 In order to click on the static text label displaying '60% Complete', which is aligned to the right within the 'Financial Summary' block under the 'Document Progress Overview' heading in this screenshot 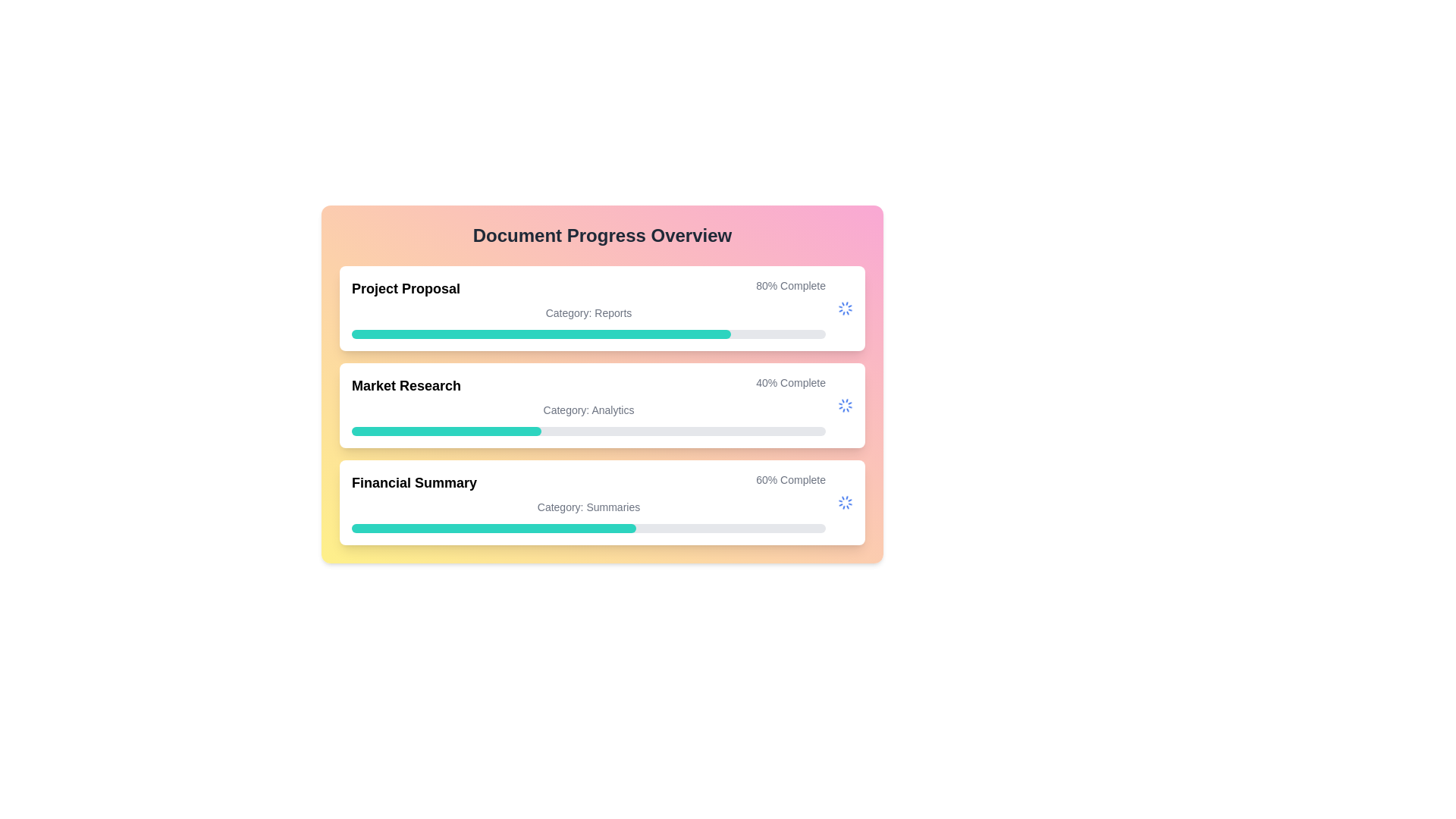, I will do `click(790, 482)`.